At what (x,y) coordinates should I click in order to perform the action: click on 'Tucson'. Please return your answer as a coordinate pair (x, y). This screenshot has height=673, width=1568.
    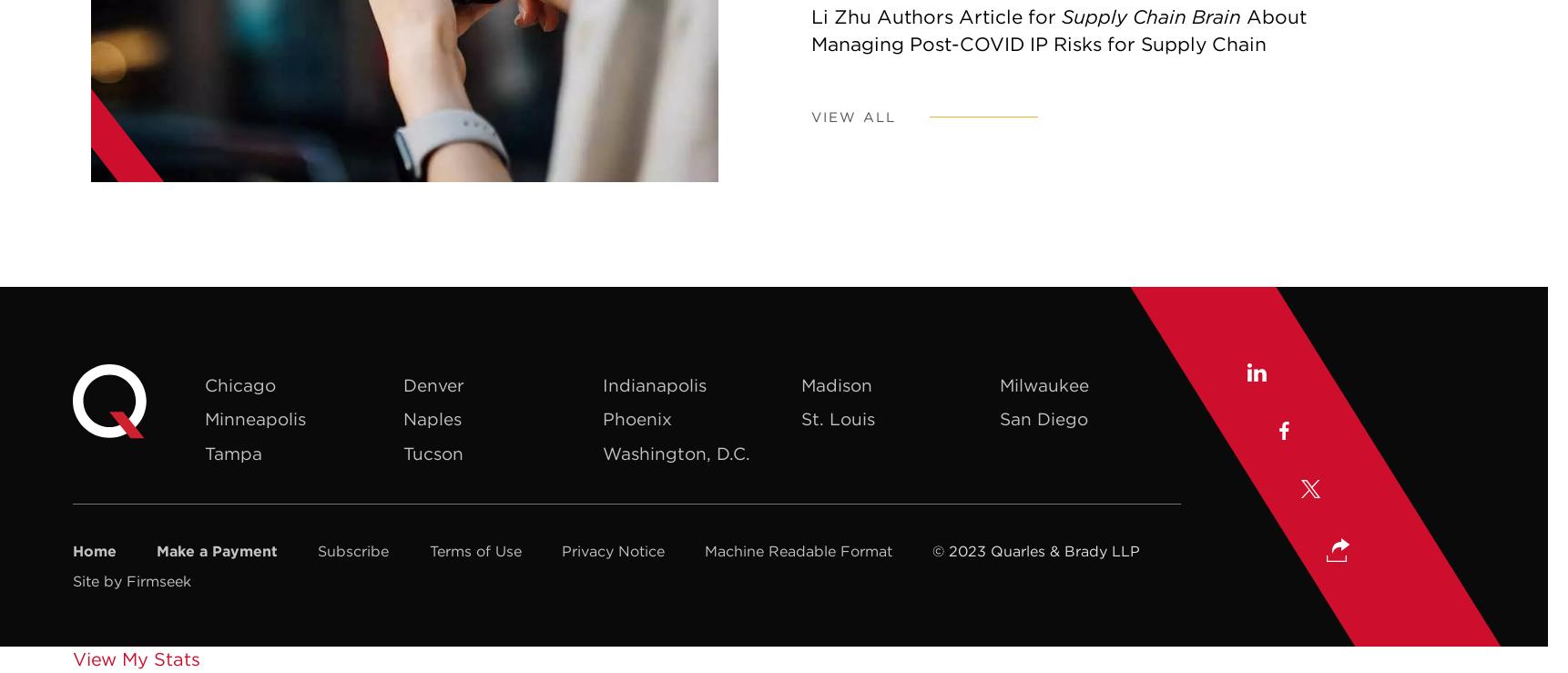
    Looking at the image, I should click on (402, 453).